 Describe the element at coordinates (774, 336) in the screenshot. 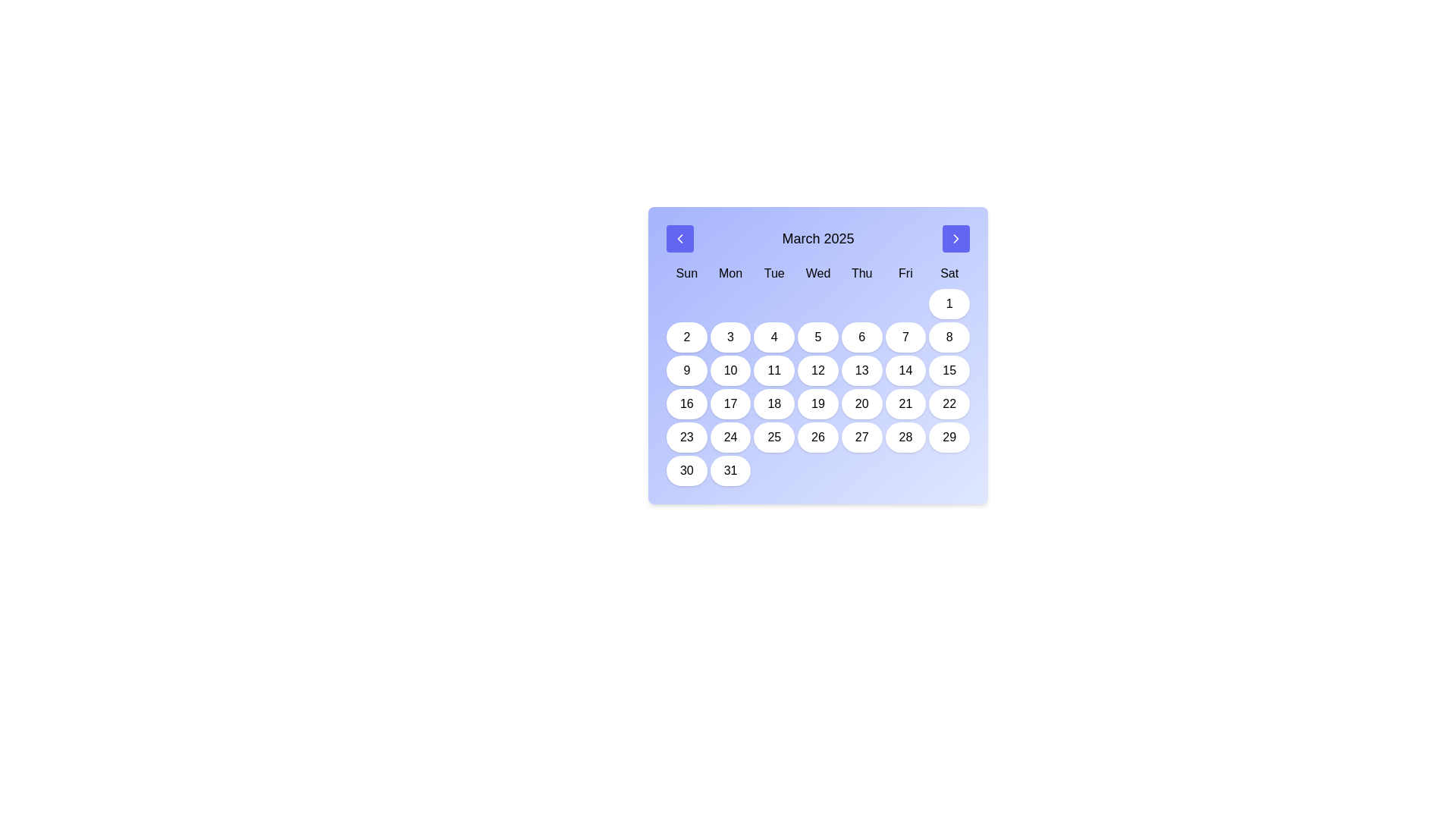

I see `the circular button with a white background and the number '4' in black text located in the second row and third column of the calendar grid to trigger a hover effect` at that location.